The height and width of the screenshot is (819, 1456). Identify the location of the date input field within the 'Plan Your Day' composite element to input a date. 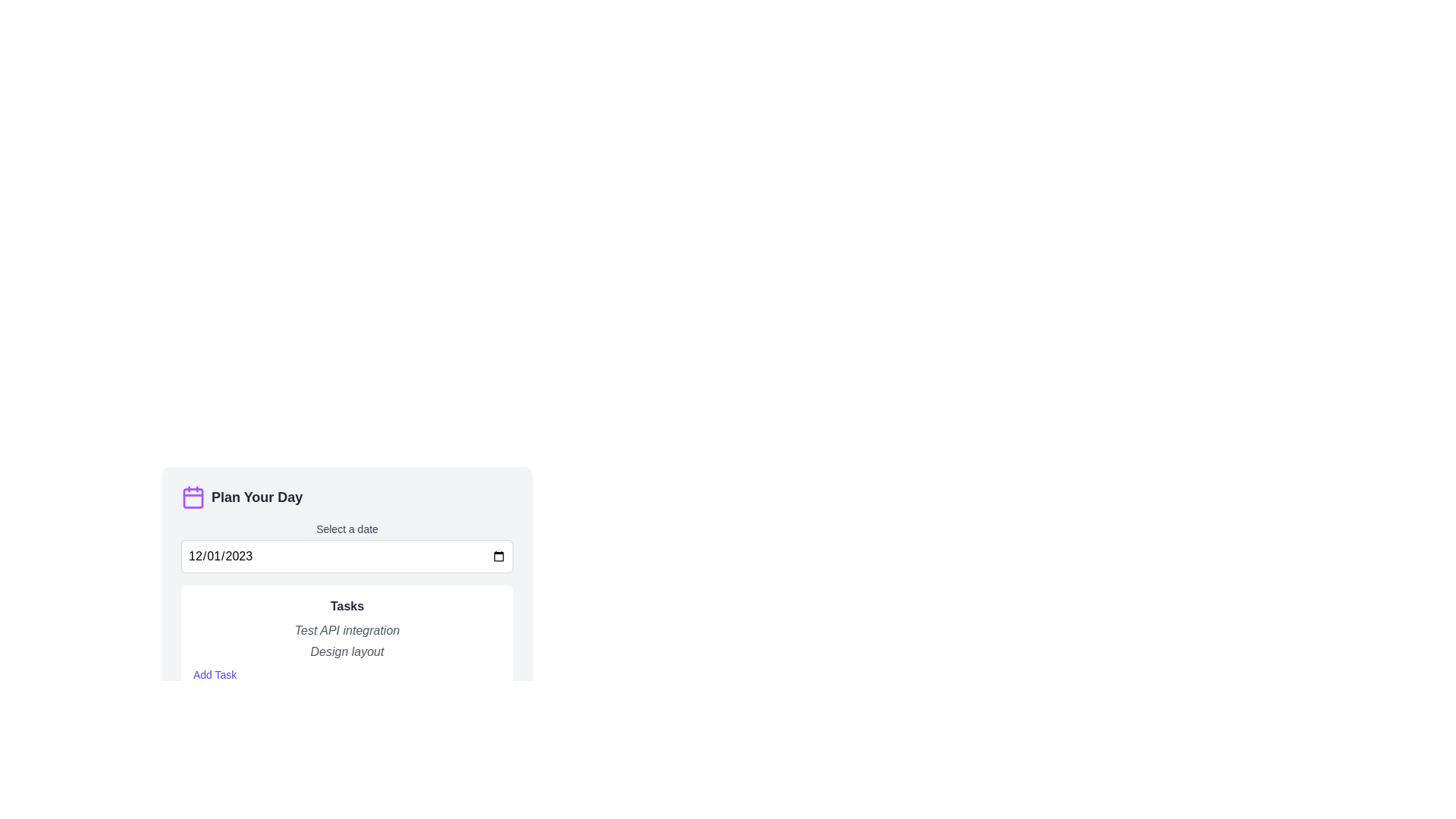
(346, 547).